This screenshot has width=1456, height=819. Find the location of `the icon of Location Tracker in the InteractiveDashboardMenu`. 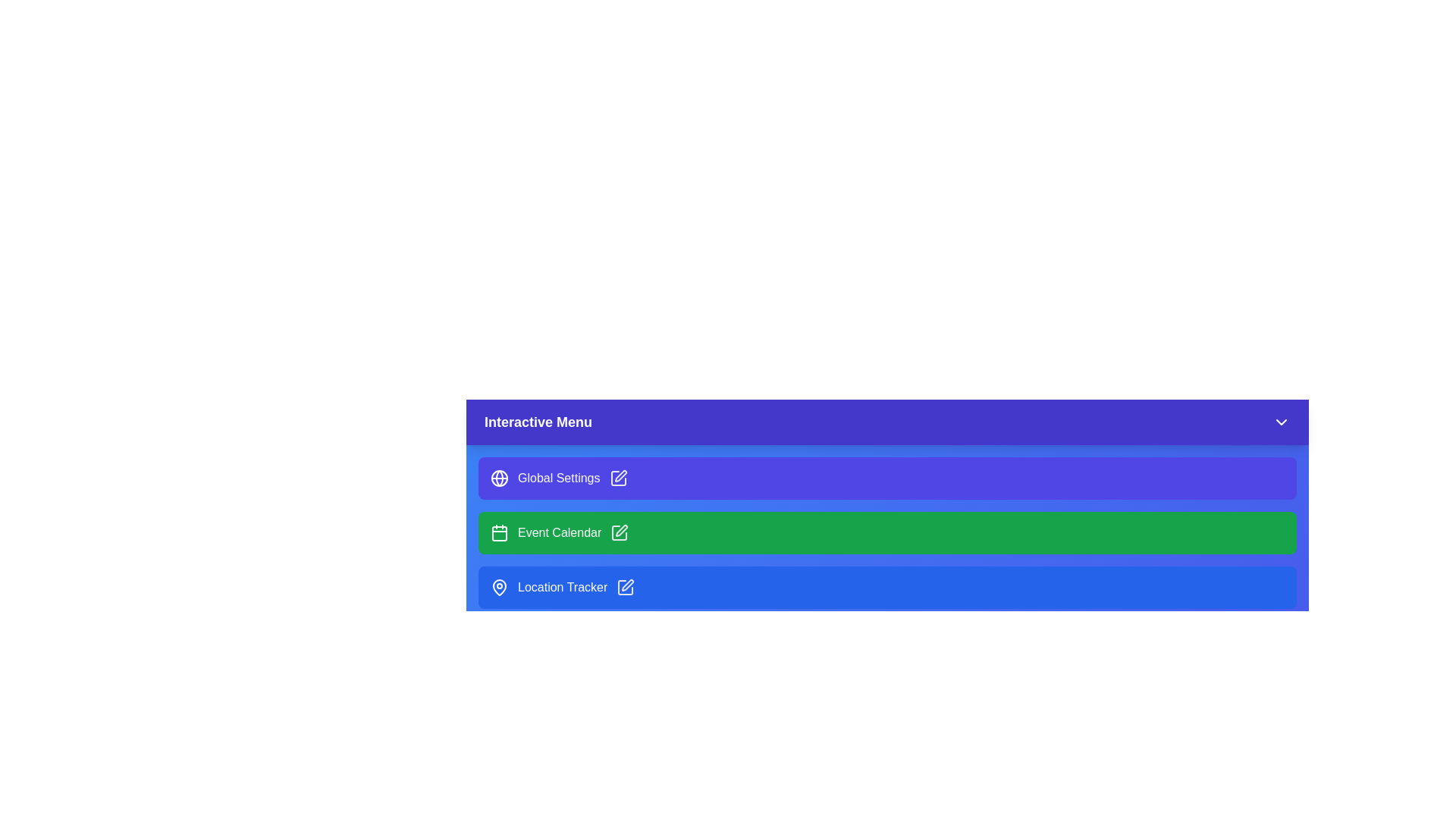

the icon of Location Tracker in the InteractiveDashboardMenu is located at coordinates (499, 587).